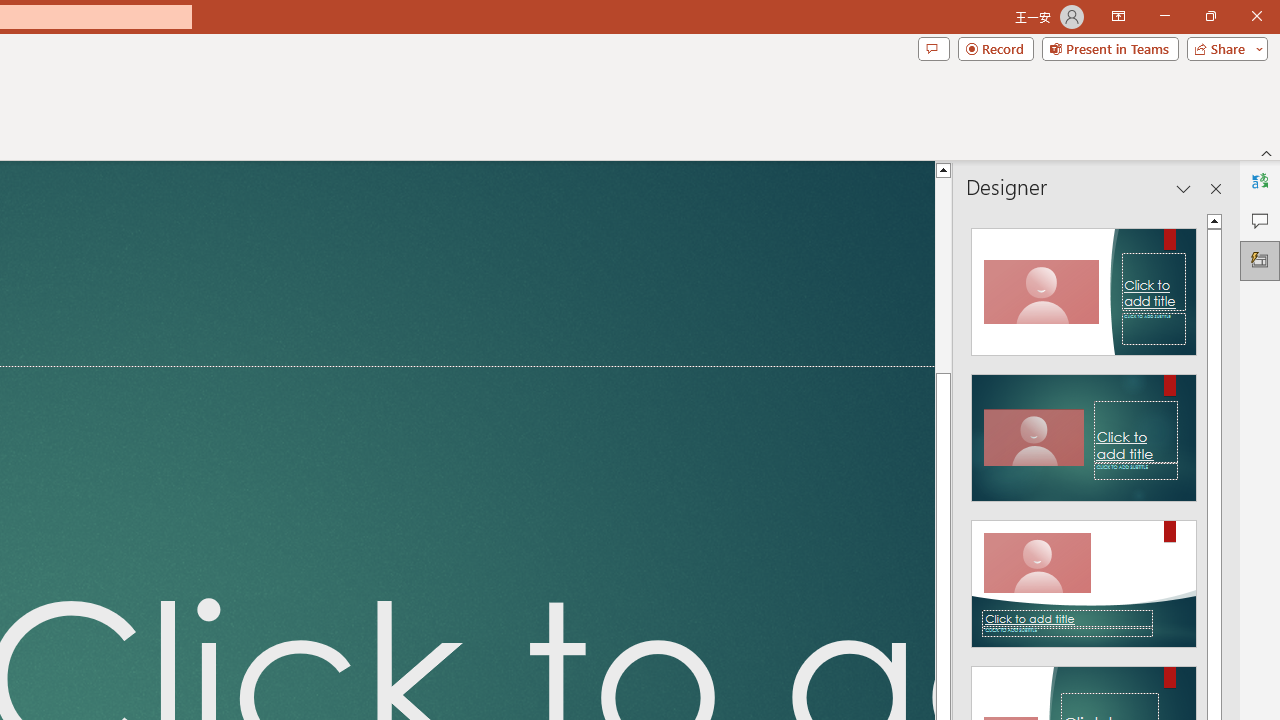 The height and width of the screenshot is (720, 1280). What do you see at coordinates (1083, 577) in the screenshot?
I see `'Design Idea'` at bounding box center [1083, 577].